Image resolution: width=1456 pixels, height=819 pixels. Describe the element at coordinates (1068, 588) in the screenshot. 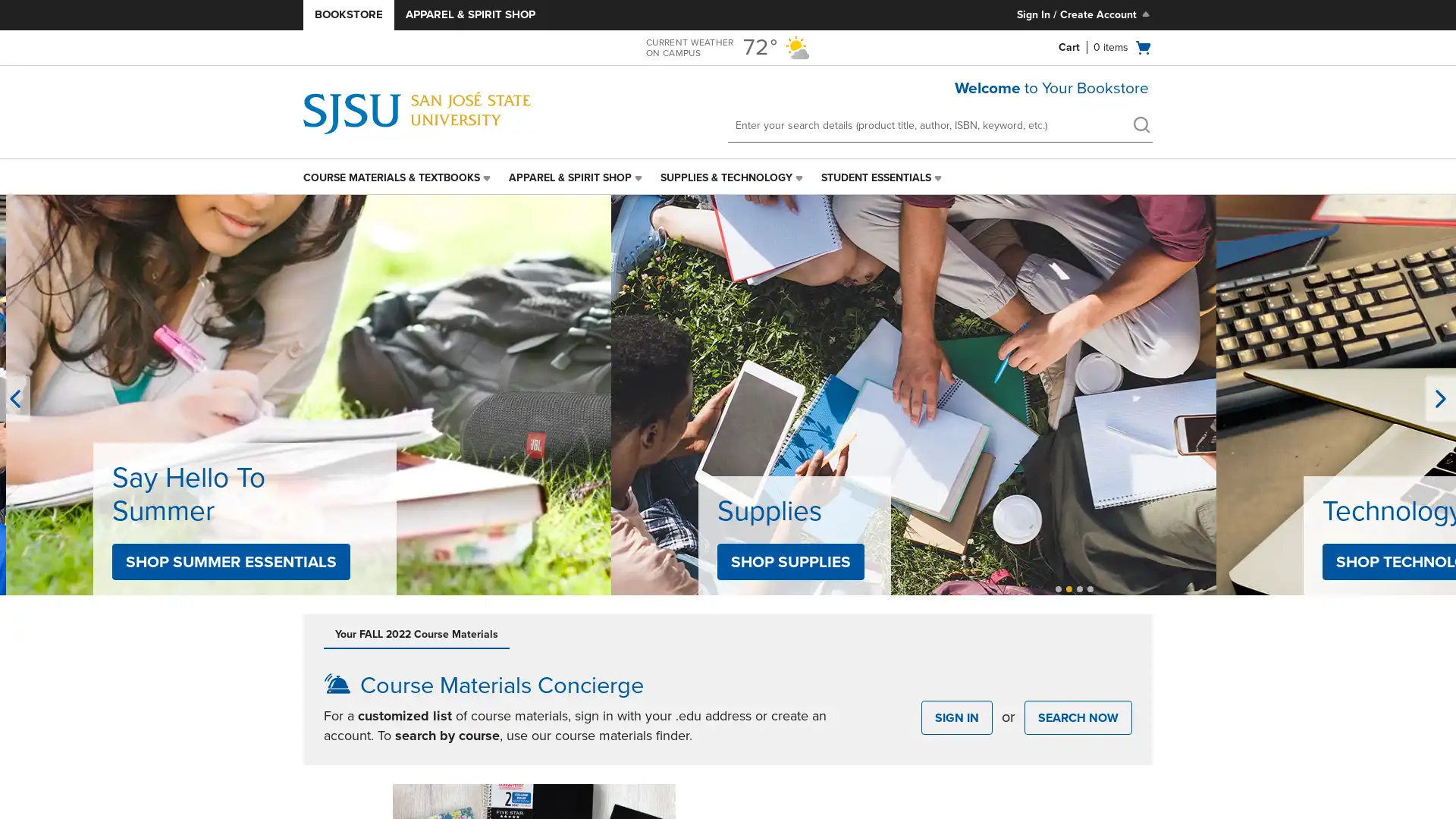

I see `Unselected, Slide 2` at that location.